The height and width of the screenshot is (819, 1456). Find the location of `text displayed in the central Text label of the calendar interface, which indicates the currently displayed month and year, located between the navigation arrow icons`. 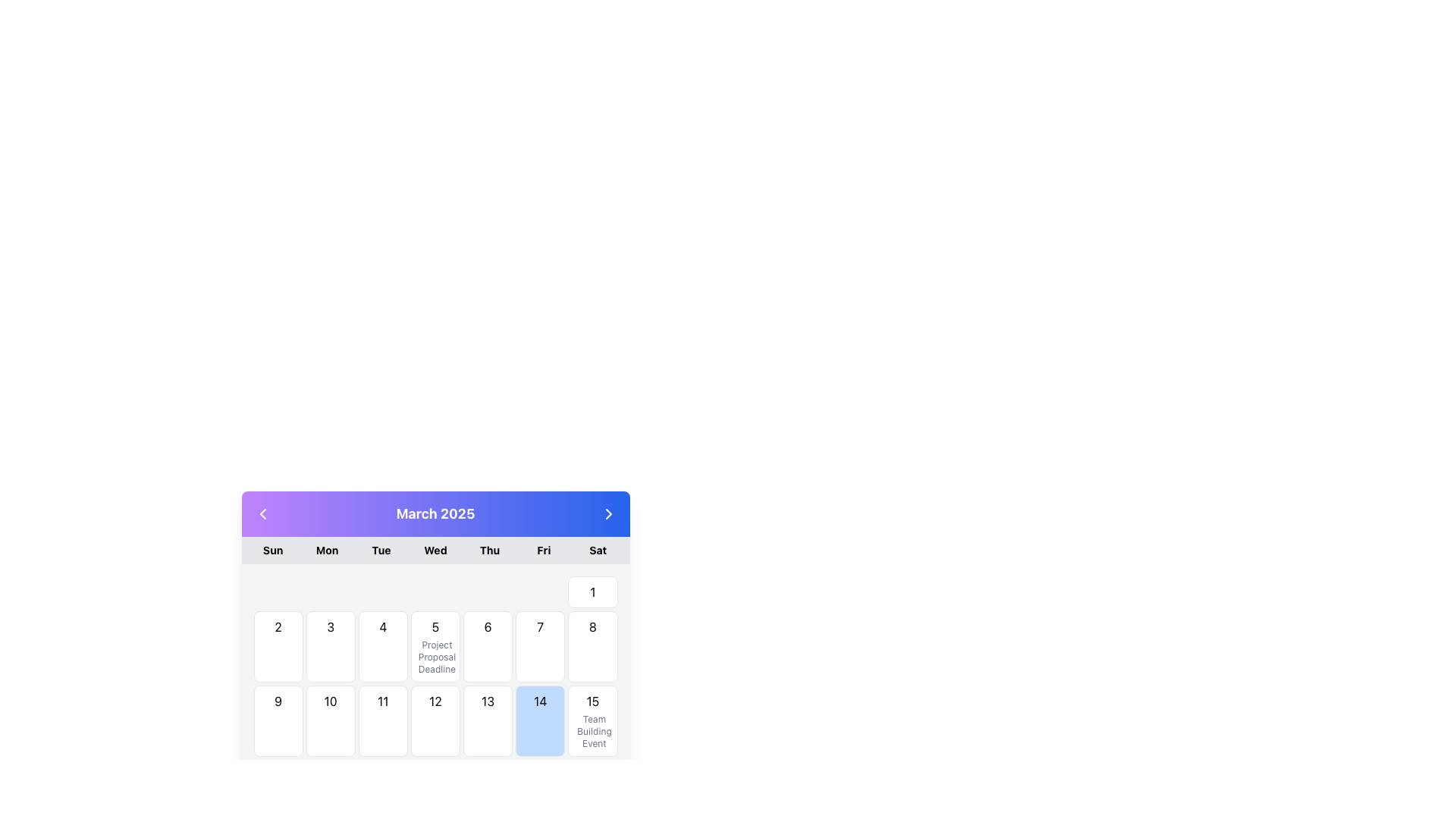

text displayed in the central Text label of the calendar interface, which indicates the currently displayed month and year, located between the navigation arrow icons is located at coordinates (435, 513).